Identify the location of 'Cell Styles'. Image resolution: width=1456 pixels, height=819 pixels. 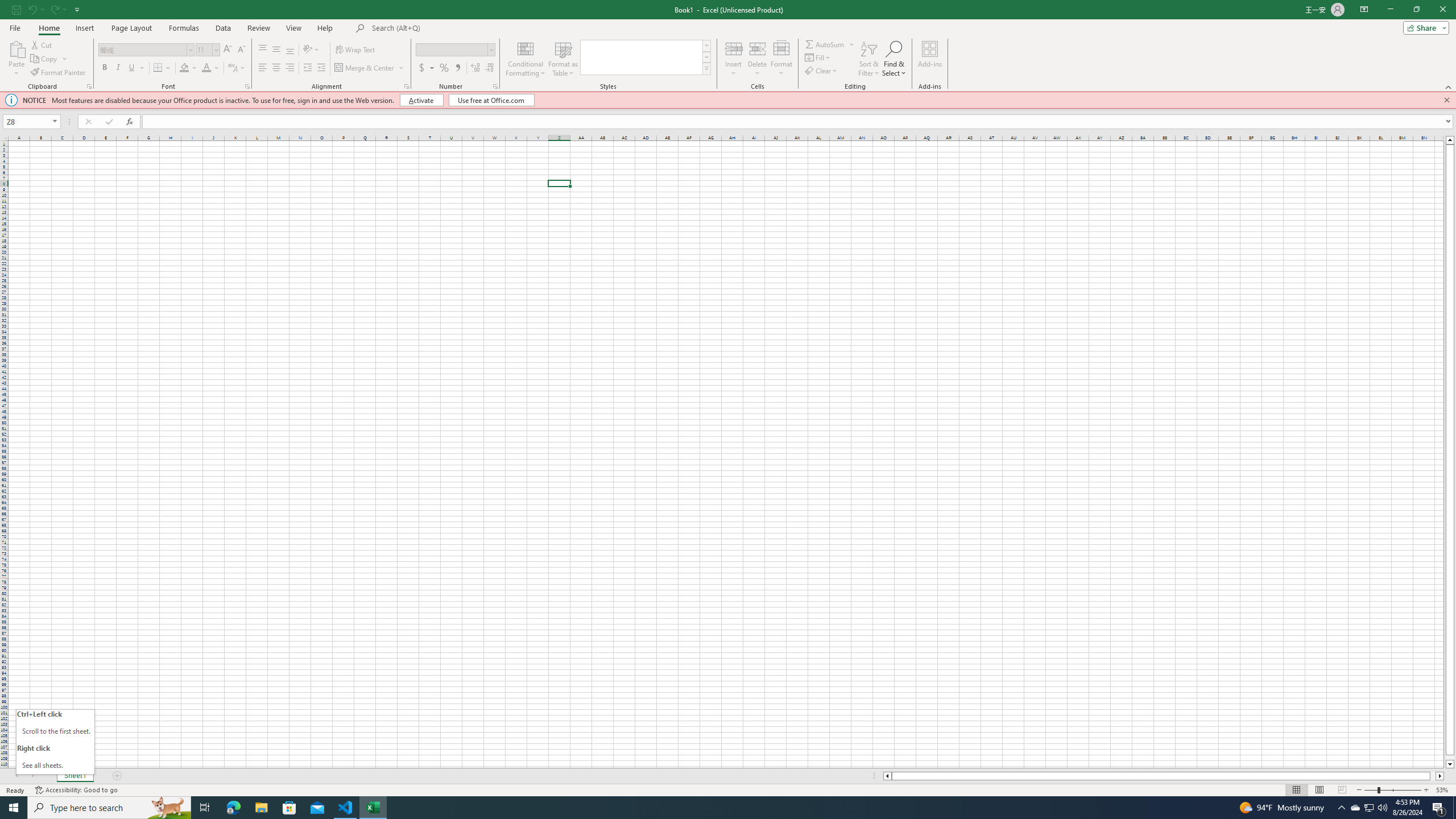
(705, 68).